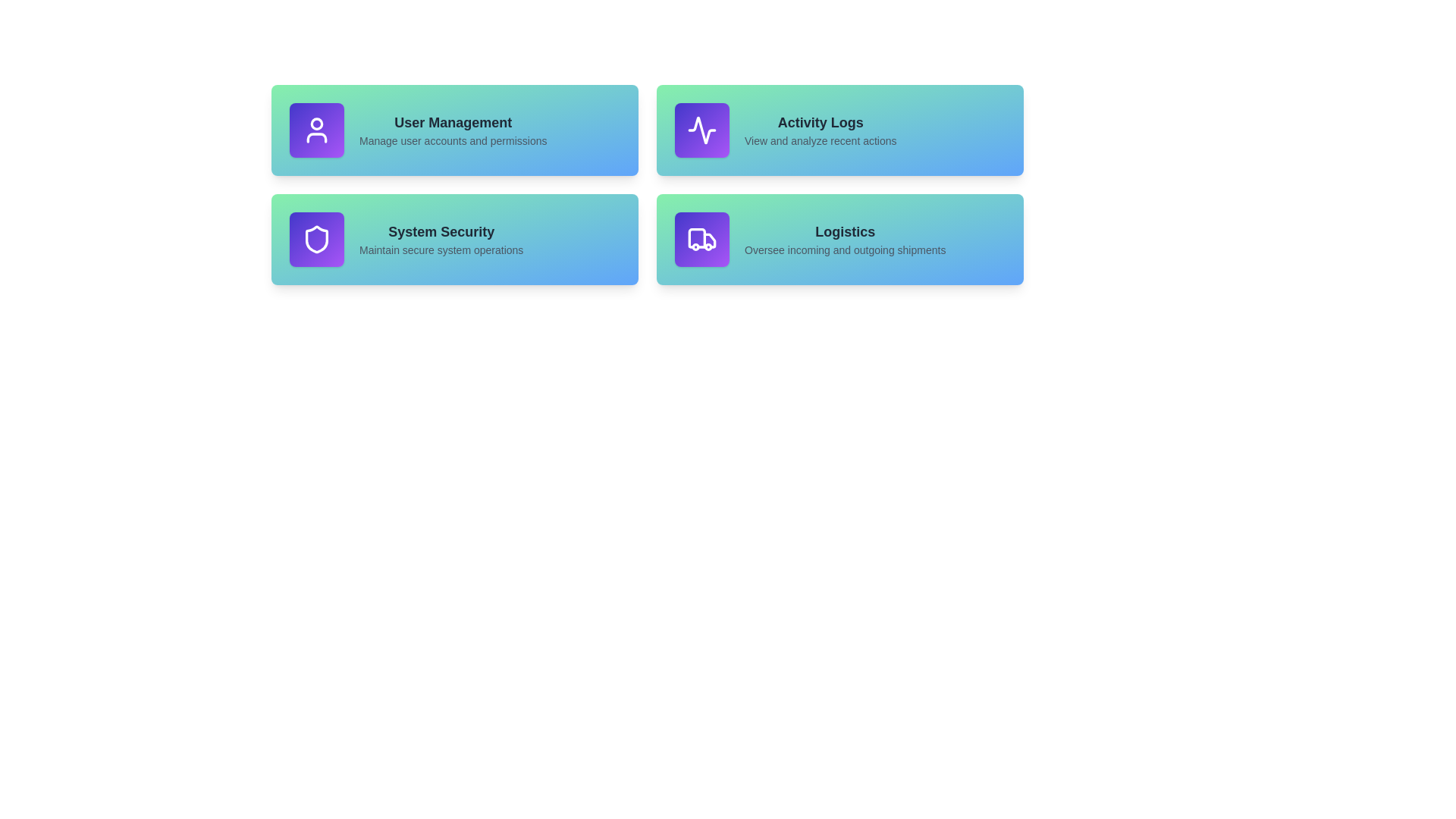 The height and width of the screenshot is (819, 1456). I want to click on the Logistics section to explore its functionality, so click(839, 239).